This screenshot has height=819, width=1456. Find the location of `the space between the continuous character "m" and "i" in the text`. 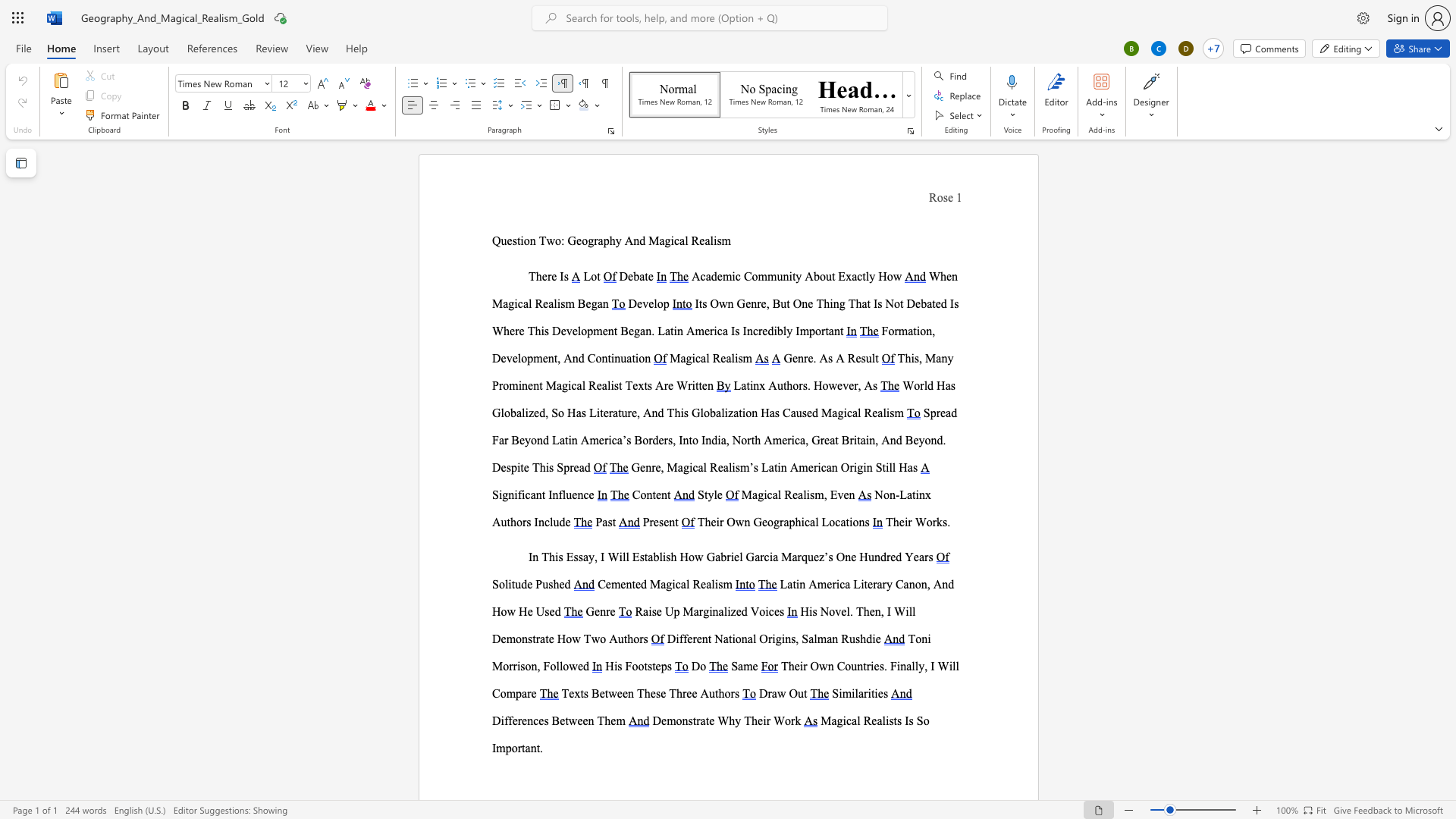

the space between the continuous character "m" and "i" in the text is located at coordinates (730, 276).